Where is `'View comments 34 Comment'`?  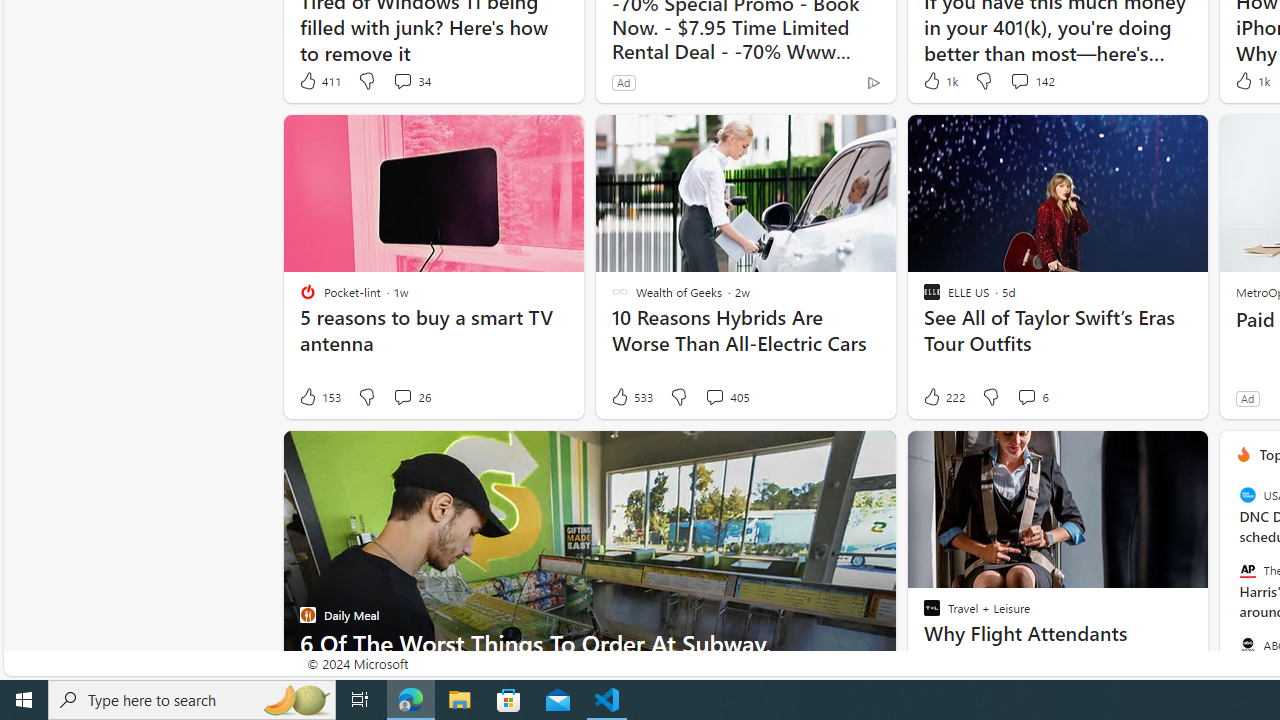
'View comments 34 Comment' is located at coordinates (410, 80).